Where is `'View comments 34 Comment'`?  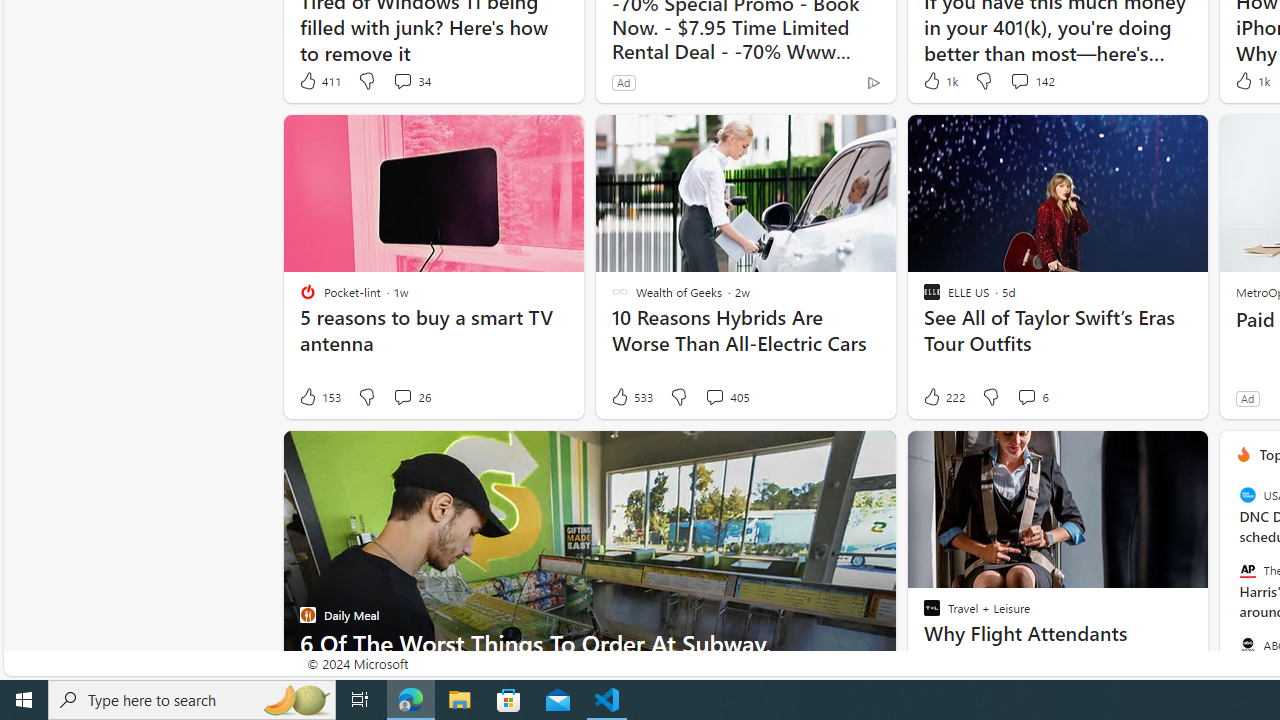
'View comments 34 Comment' is located at coordinates (410, 80).